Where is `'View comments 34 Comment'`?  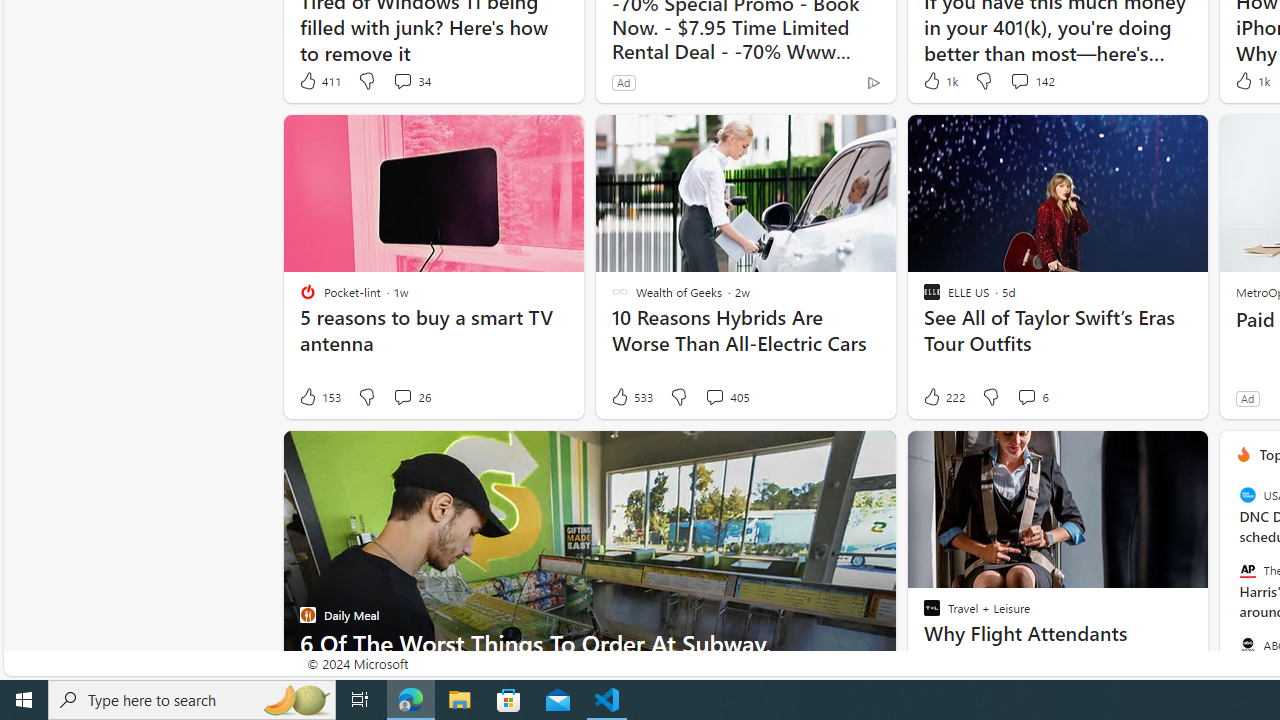
'View comments 34 Comment' is located at coordinates (410, 80).